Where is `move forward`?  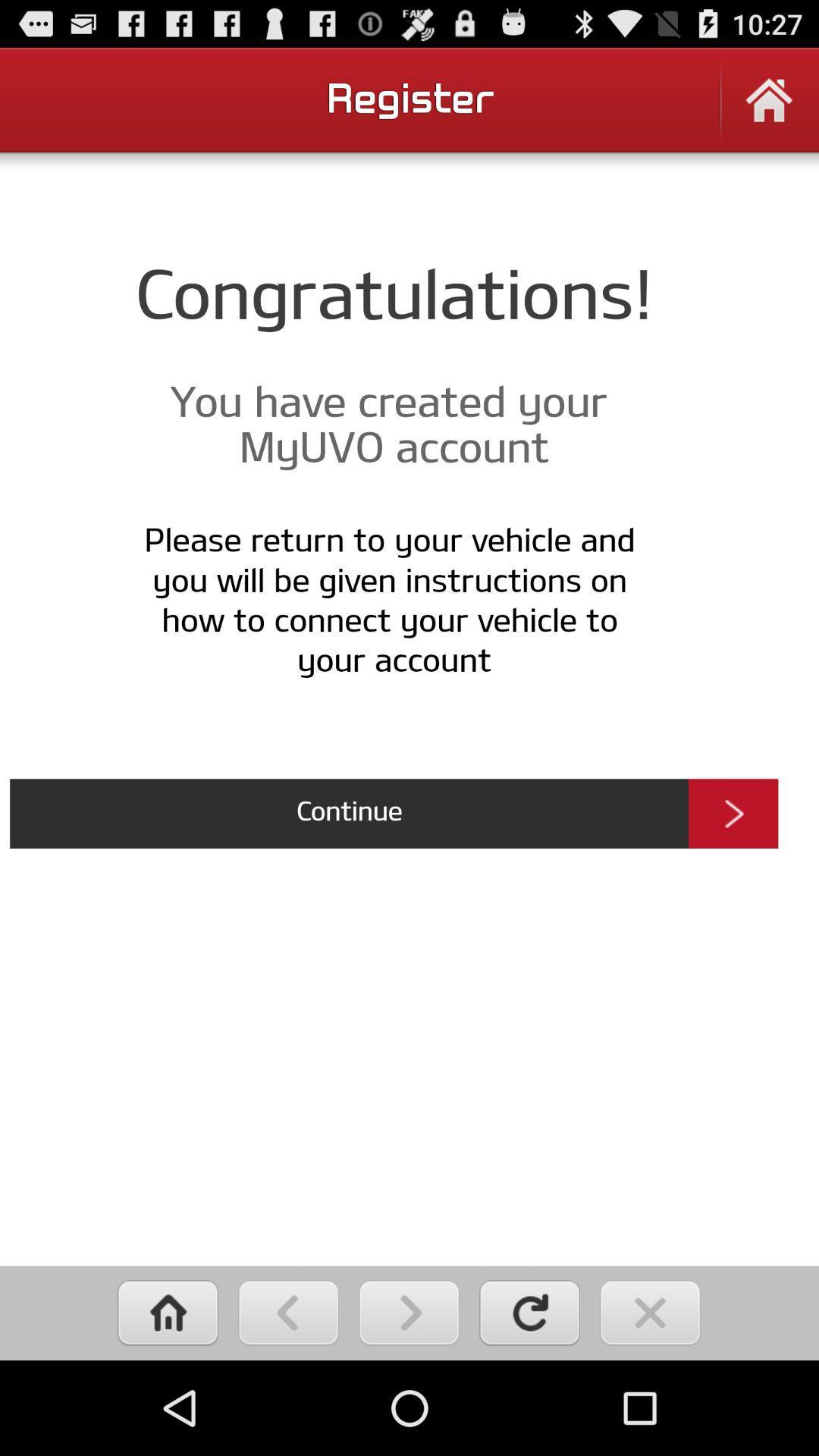
move forward is located at coordinates (408, 1312).